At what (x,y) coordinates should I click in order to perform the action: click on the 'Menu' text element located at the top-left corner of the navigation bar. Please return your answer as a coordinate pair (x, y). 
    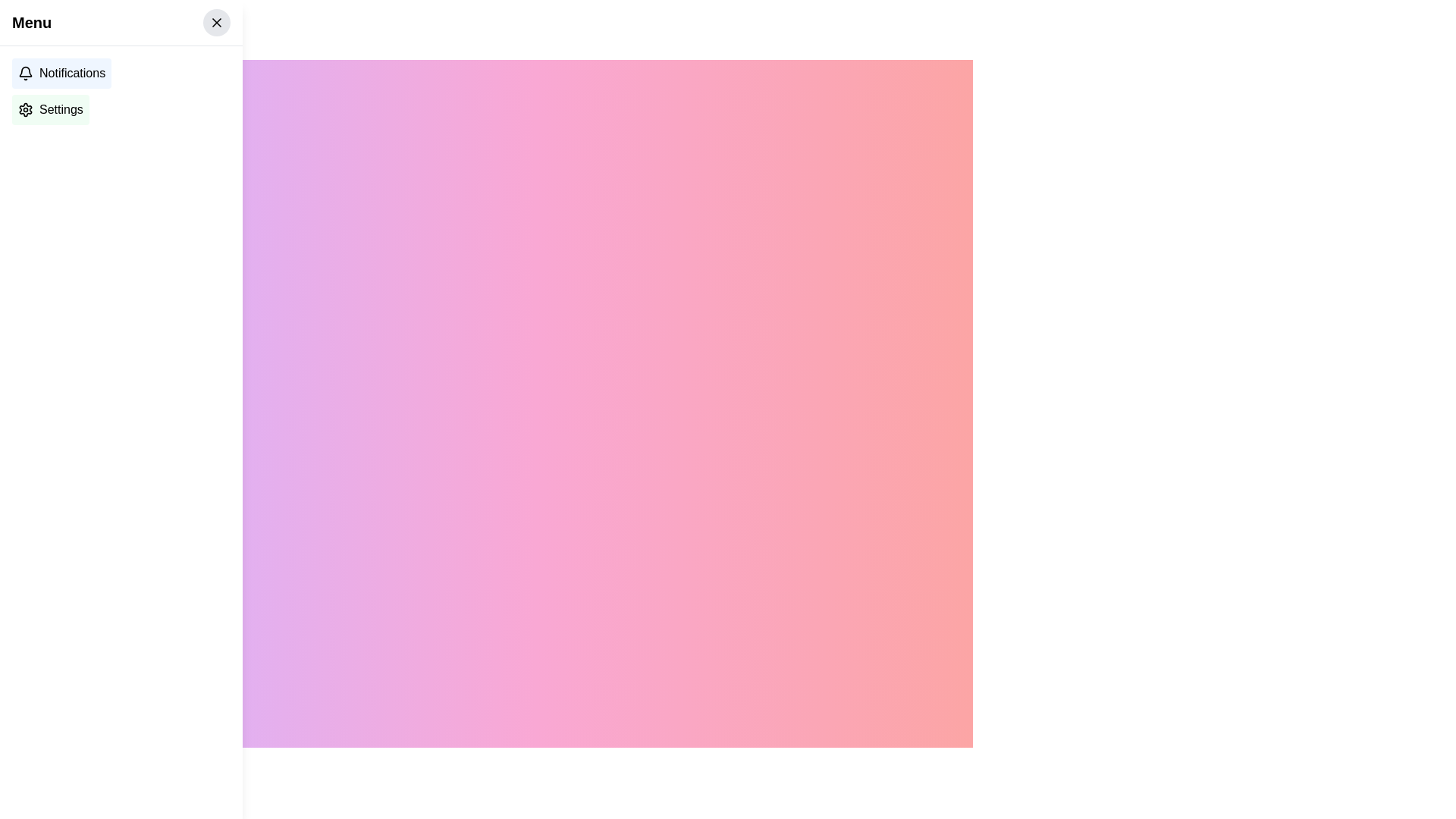
    Looking at the image, I should click on (32, 23).